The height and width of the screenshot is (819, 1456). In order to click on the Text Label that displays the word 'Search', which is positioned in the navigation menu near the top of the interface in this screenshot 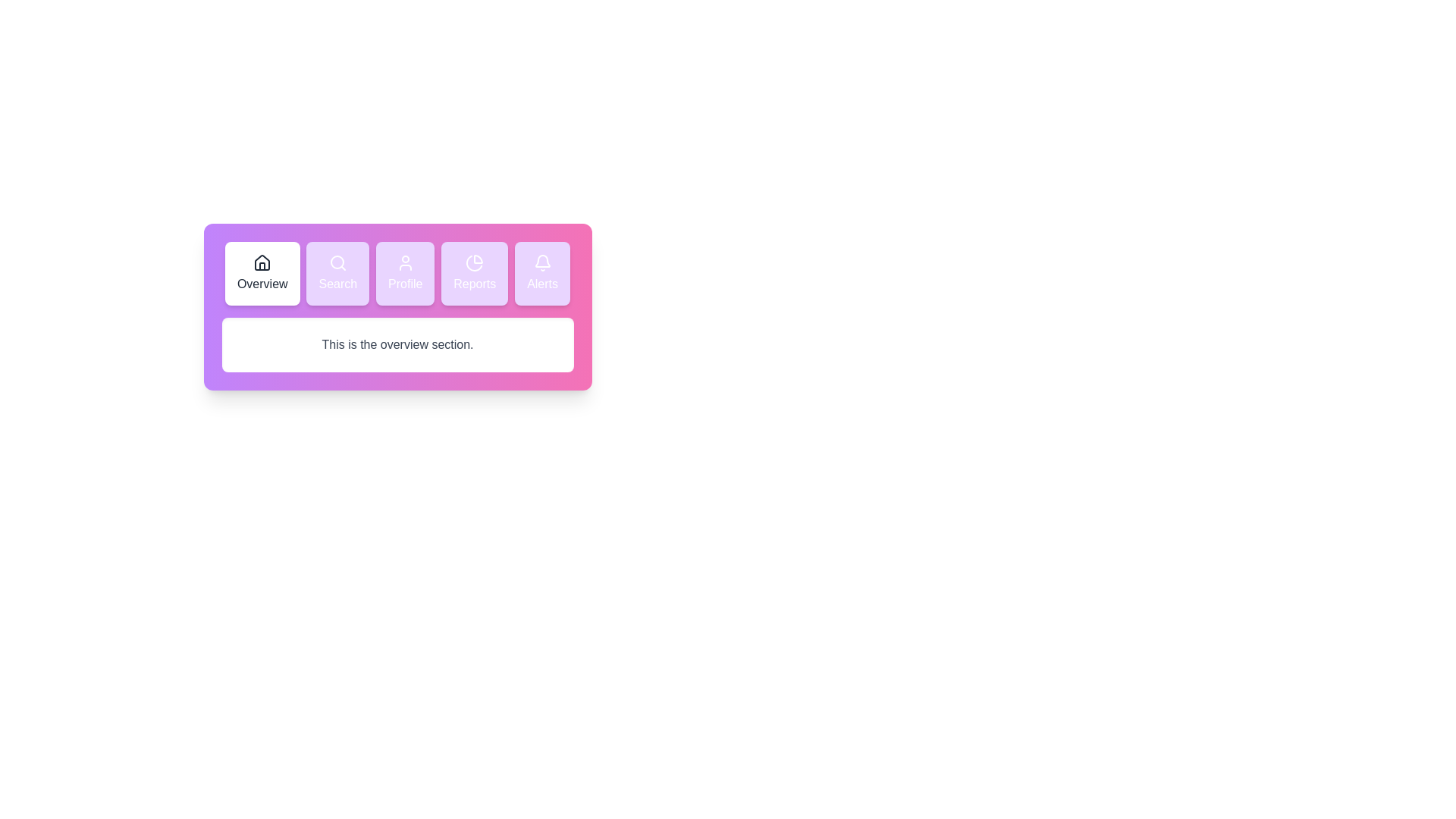, I will do `click(337, 284)`.